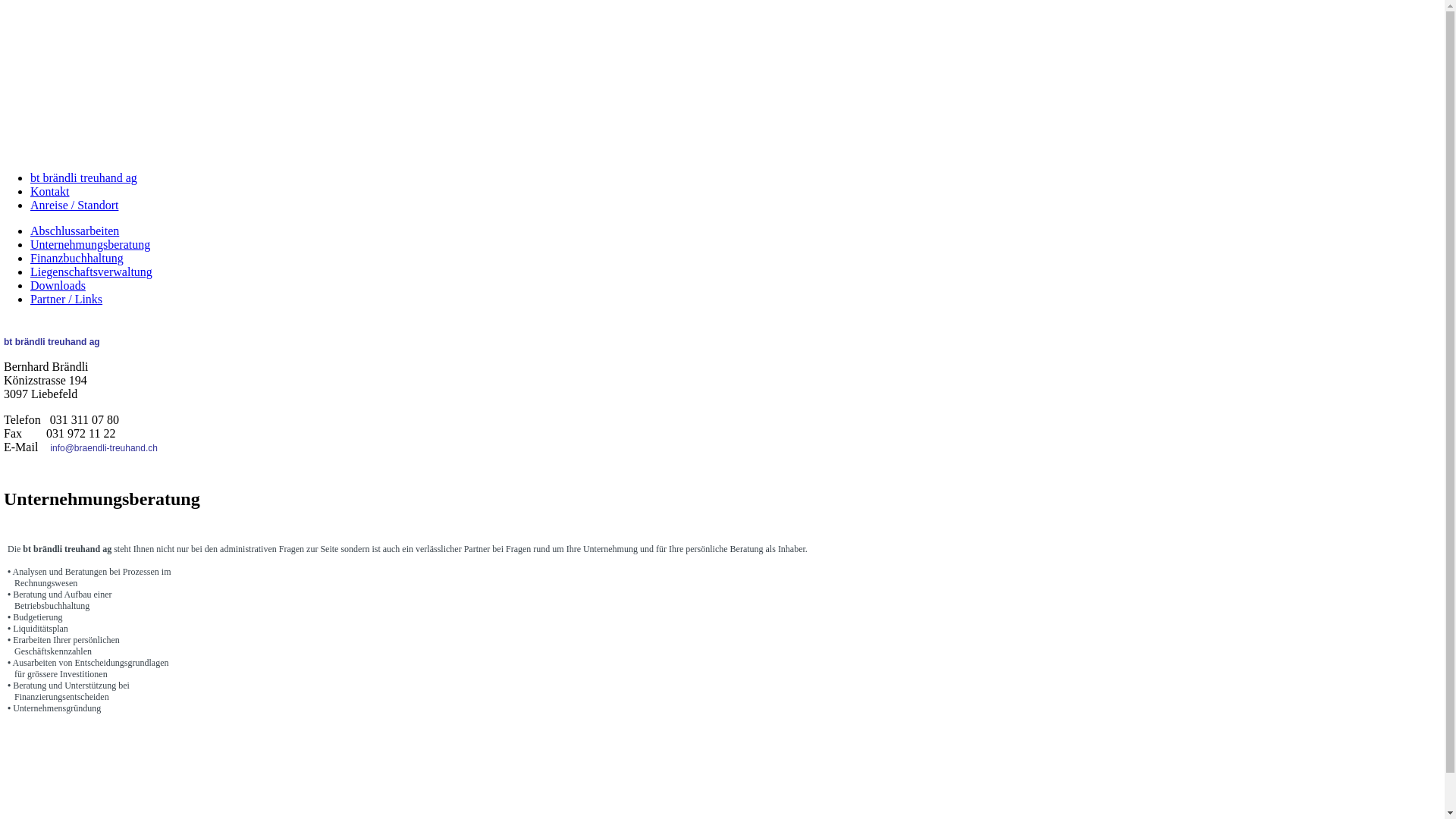  What do you see at coordinates (58, 285) in the screenshot?
I see `'Downloads'` at bounding box center [58, 285].